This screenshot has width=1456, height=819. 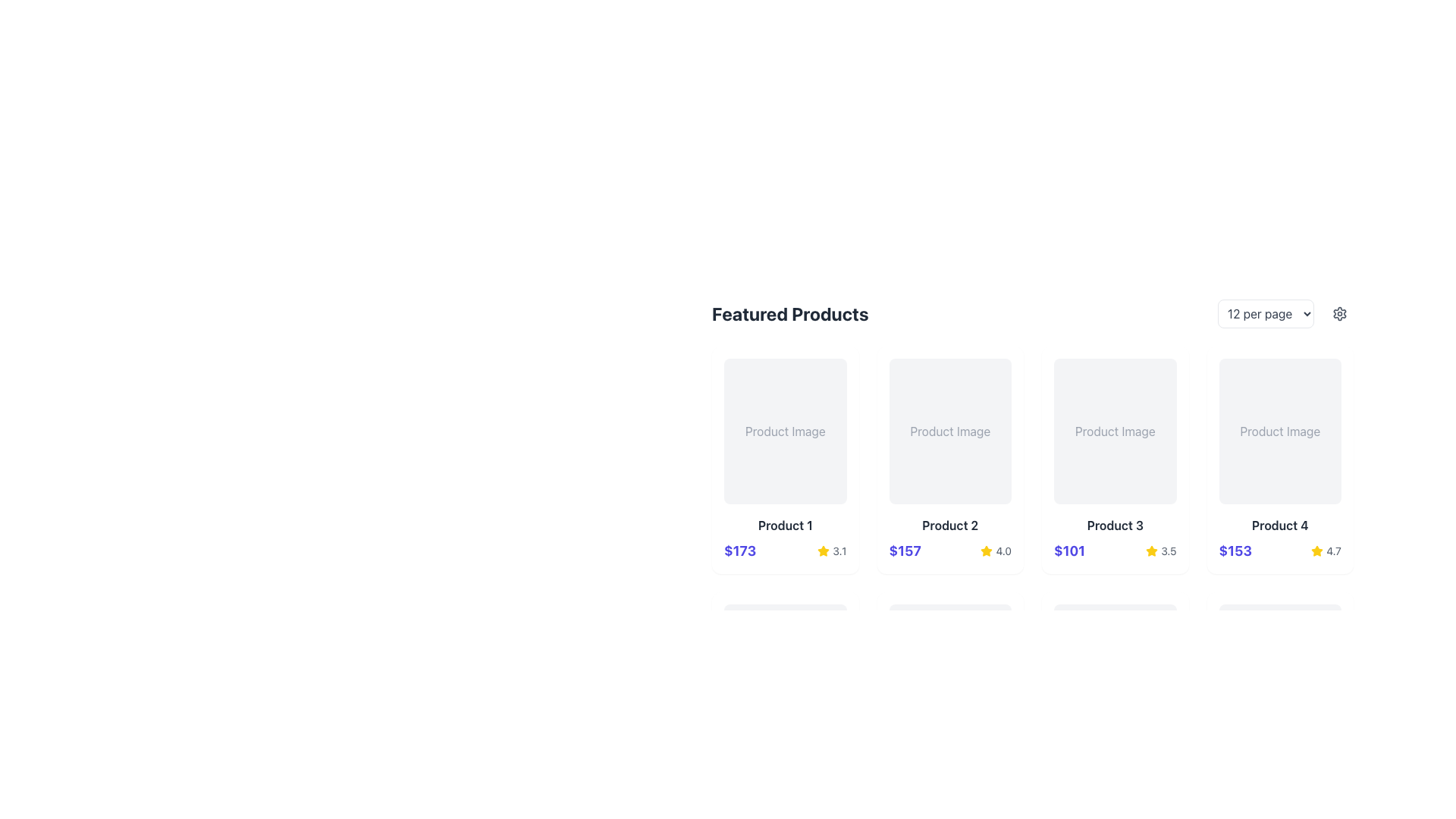 What do you see at coordinates (1339, 312) in the screenshot?
I see `the gear-shaped icon located to the immediate right of the dropdown component showing '12 per page'` at bounding box center [1339, 312].